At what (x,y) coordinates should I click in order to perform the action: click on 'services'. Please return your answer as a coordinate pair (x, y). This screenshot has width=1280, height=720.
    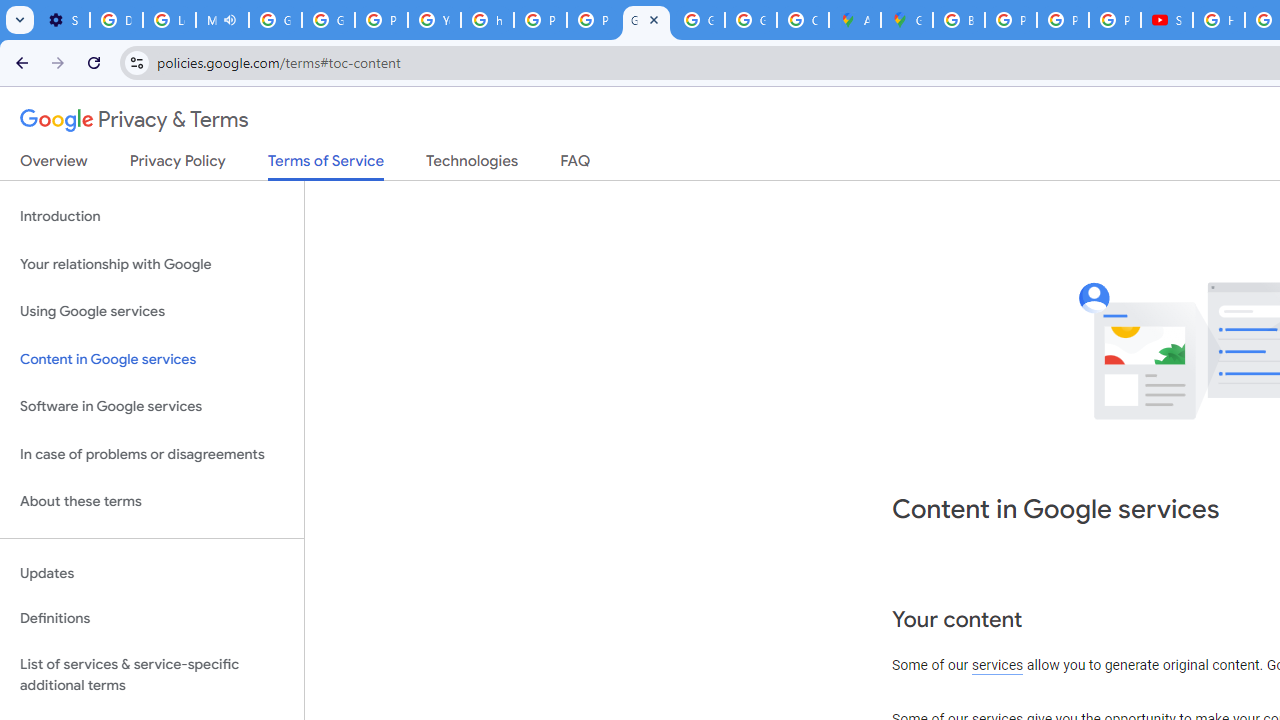
    Looking at the image, I should click on (997, 666).